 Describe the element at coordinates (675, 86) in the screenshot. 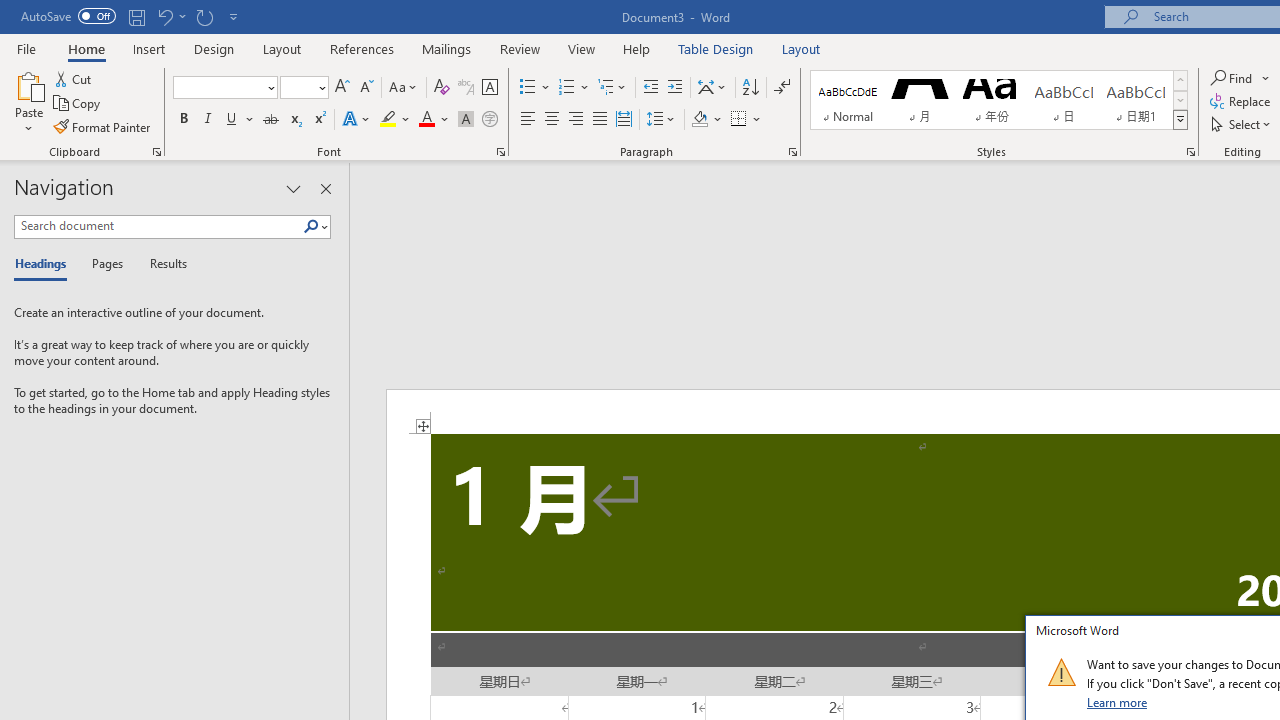

I see `'Increase Indent'` at that location.